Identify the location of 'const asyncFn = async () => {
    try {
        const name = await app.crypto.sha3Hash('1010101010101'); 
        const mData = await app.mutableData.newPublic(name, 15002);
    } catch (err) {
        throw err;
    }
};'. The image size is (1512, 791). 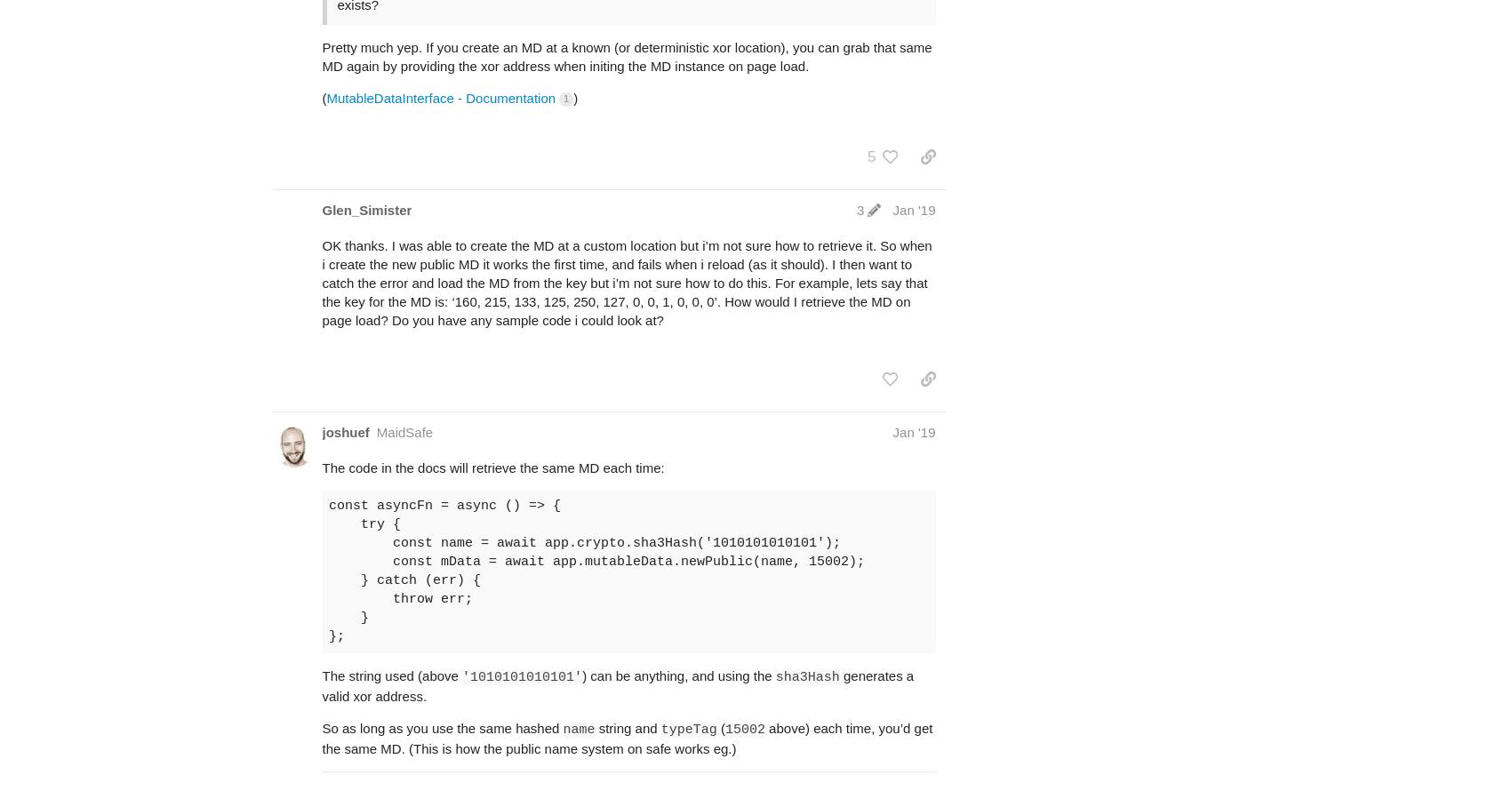
(596, 571).